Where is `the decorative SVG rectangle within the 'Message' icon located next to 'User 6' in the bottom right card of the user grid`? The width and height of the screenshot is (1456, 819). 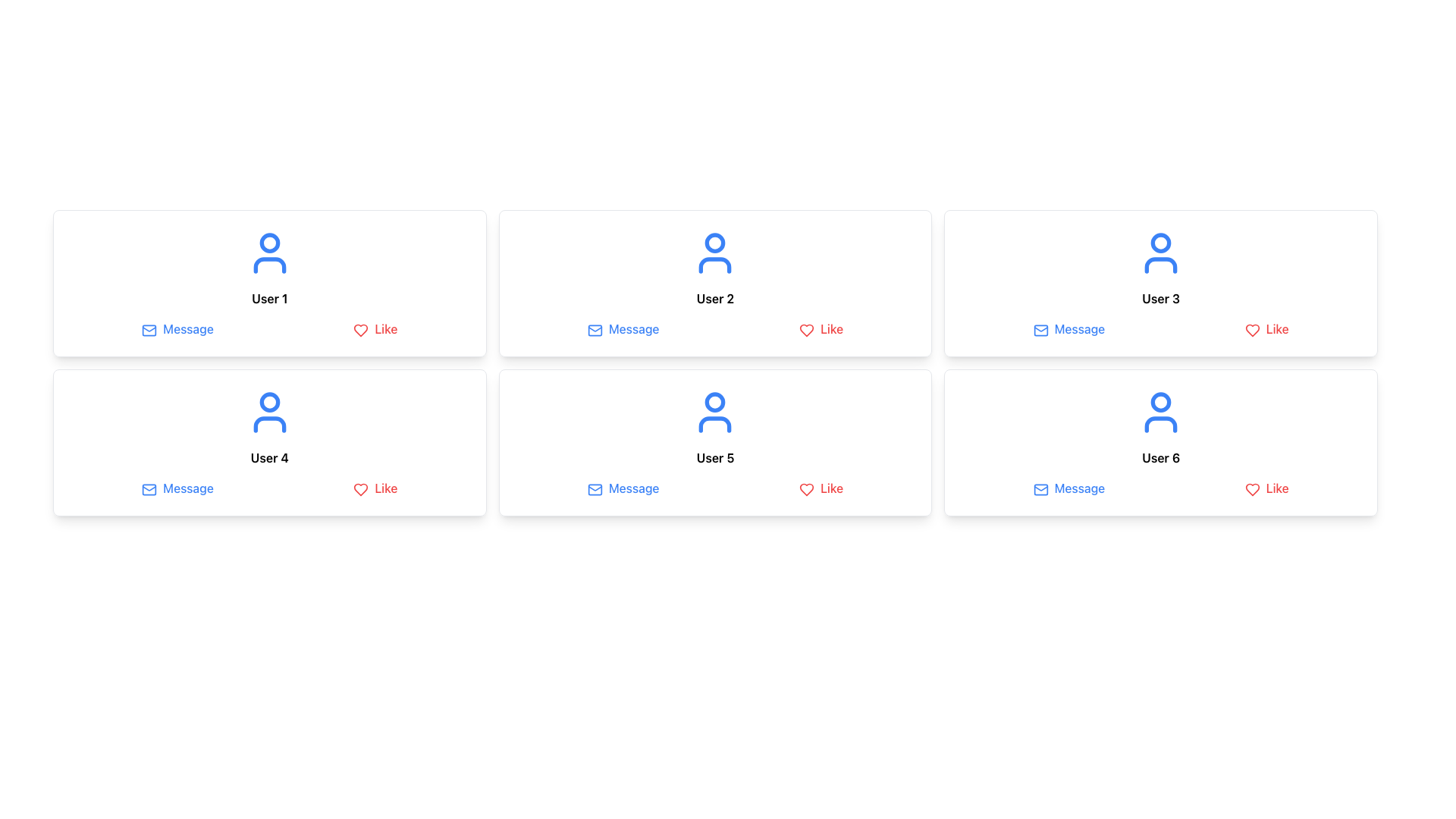 the decorative SVG rectangle within the 'Message' icon located next to 'User 6' in the bottom right card of the user grid is located at coordinates (1040, 489).